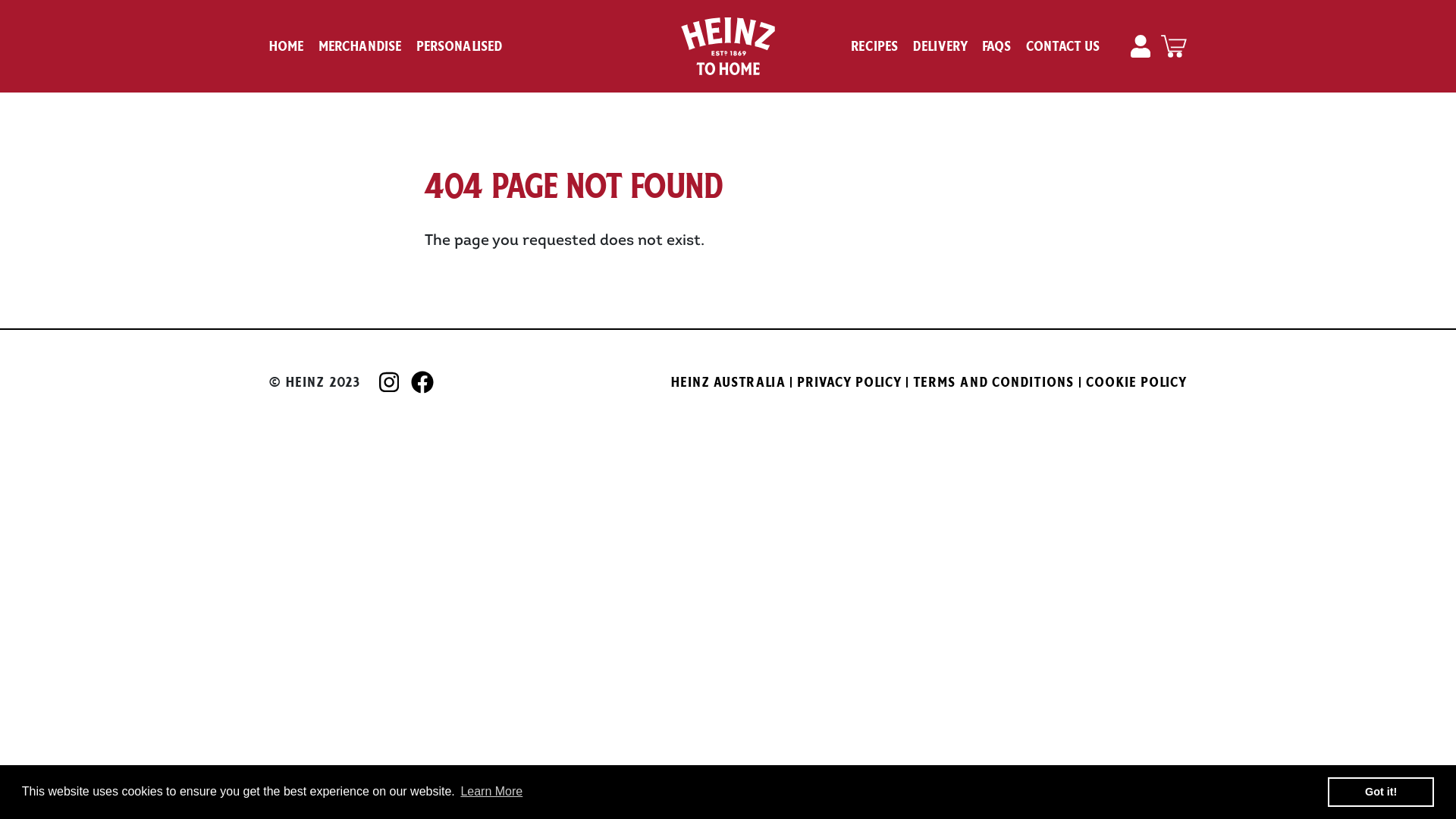  What do you see at coordinates (458, 45) in the screenshot?
I see `'Personalised'` at bounding box center [458, 45].